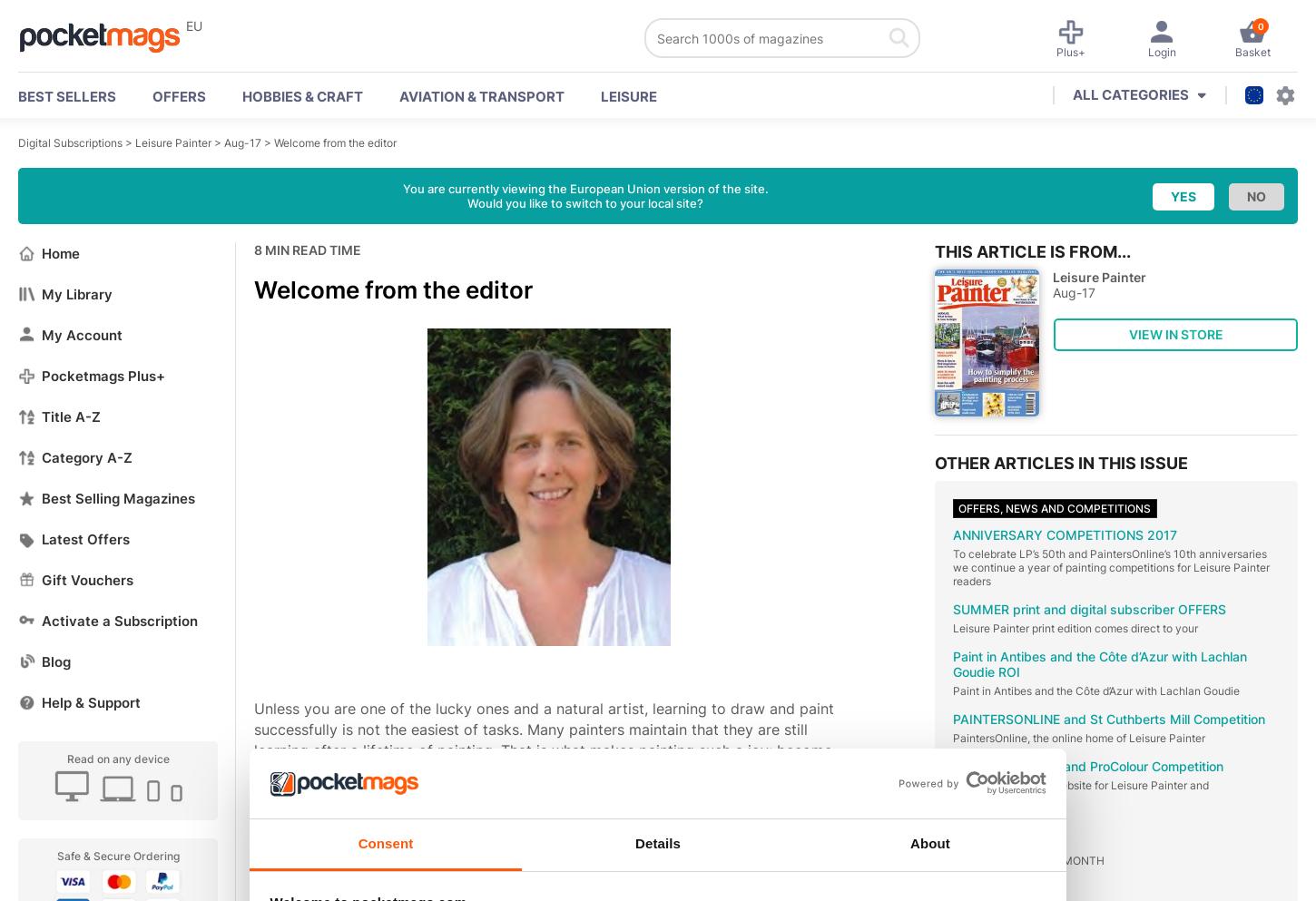 Image resolution: width=1316 pixels, height=901 pixels. Describe the element at coordinates (1064, 534) in the screenshot. I see `'ANNIVERSARY COMPETITIONS 2017'` at that location.